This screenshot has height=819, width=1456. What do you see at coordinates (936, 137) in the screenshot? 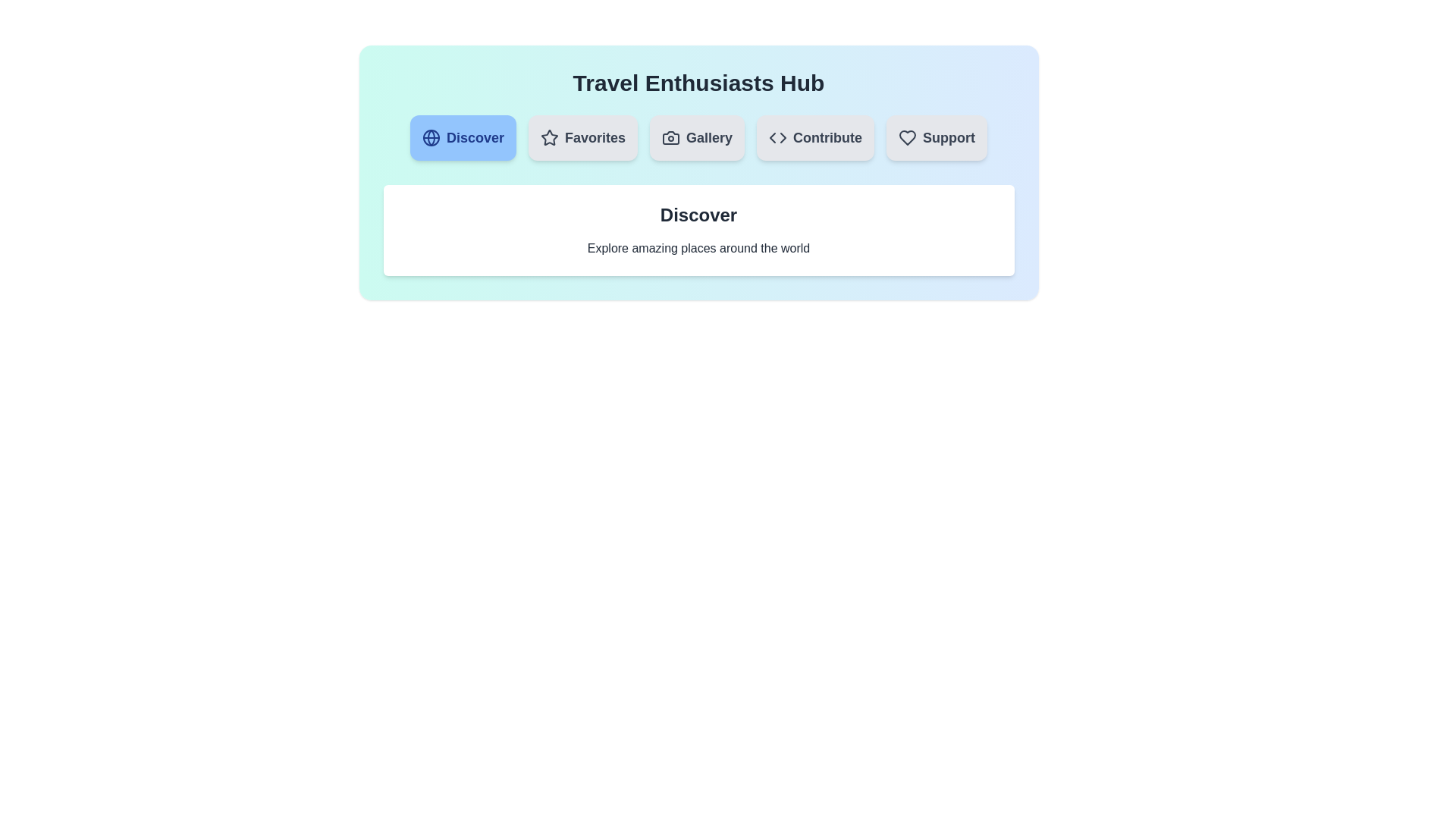
I see `the support button located in the horizontal button group below the heading at the center-top section of the page, which is the fifth button from the left` at bounding box center [936, 137].